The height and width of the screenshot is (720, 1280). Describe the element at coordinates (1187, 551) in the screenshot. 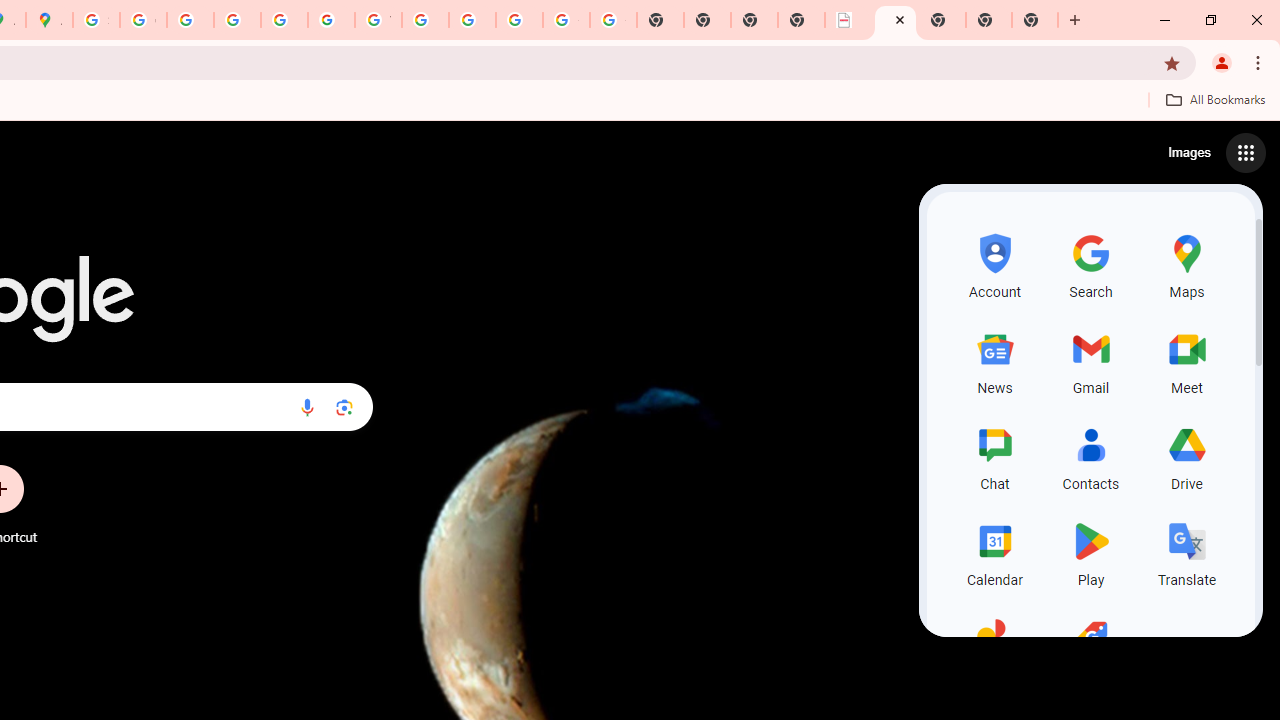

I see `'Translate, row 4 of 5 and column 3 of 3 in the first section'` at that location.